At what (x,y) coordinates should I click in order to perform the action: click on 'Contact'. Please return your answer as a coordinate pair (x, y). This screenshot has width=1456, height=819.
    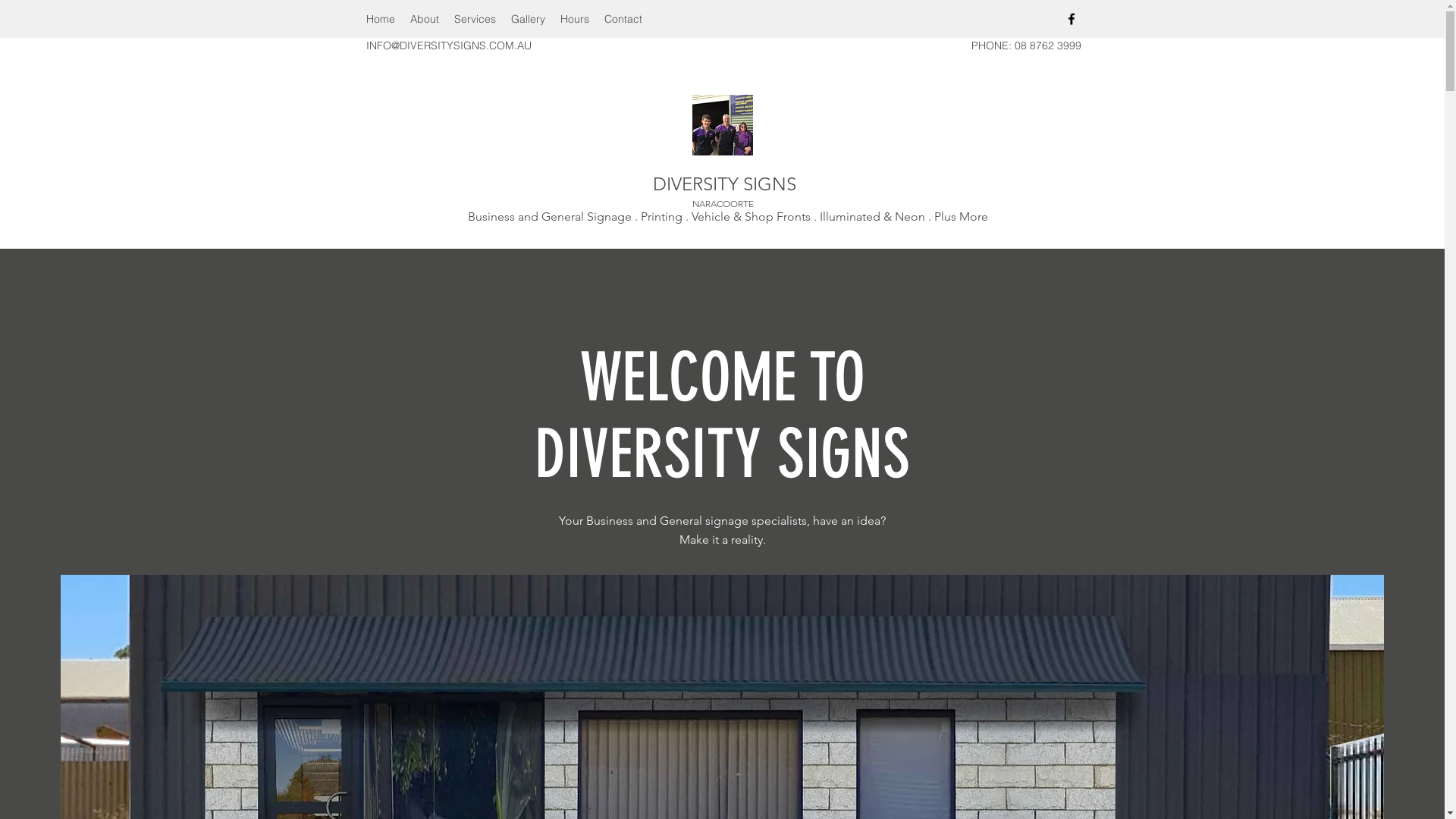
    Looking at the image, I should click on (622, 18).